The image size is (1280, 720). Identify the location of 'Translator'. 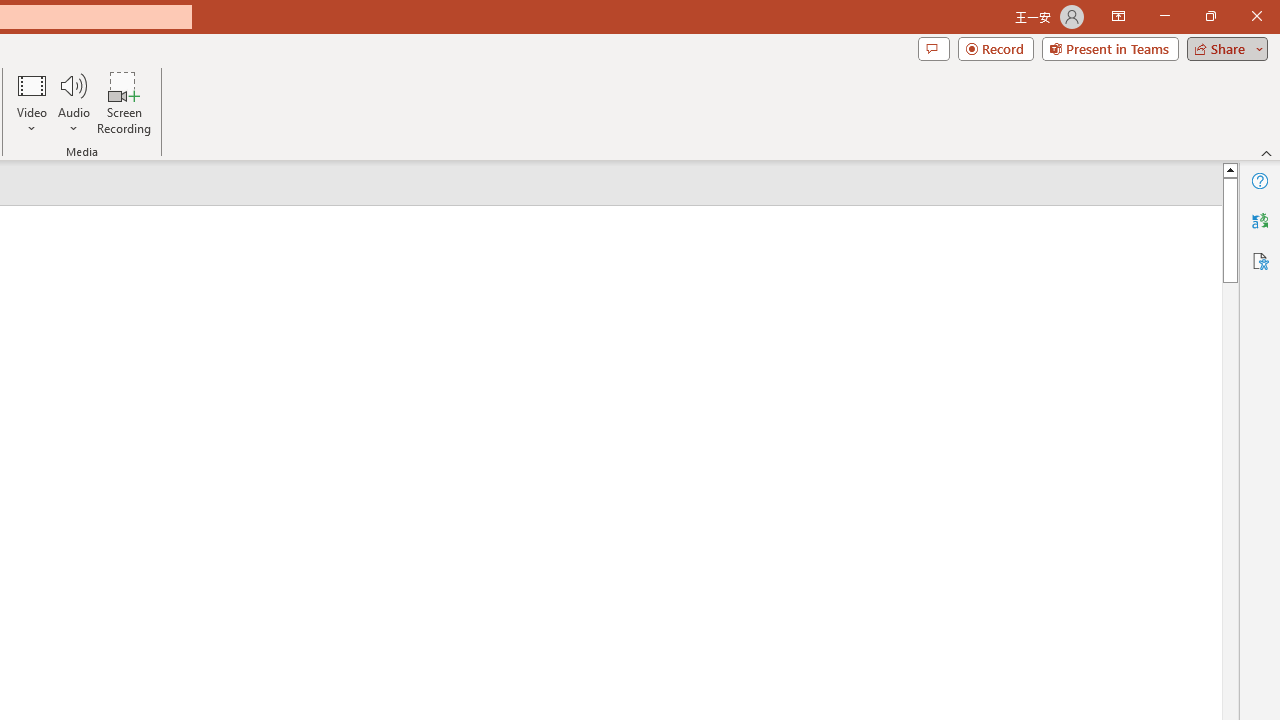
(1259, 221).